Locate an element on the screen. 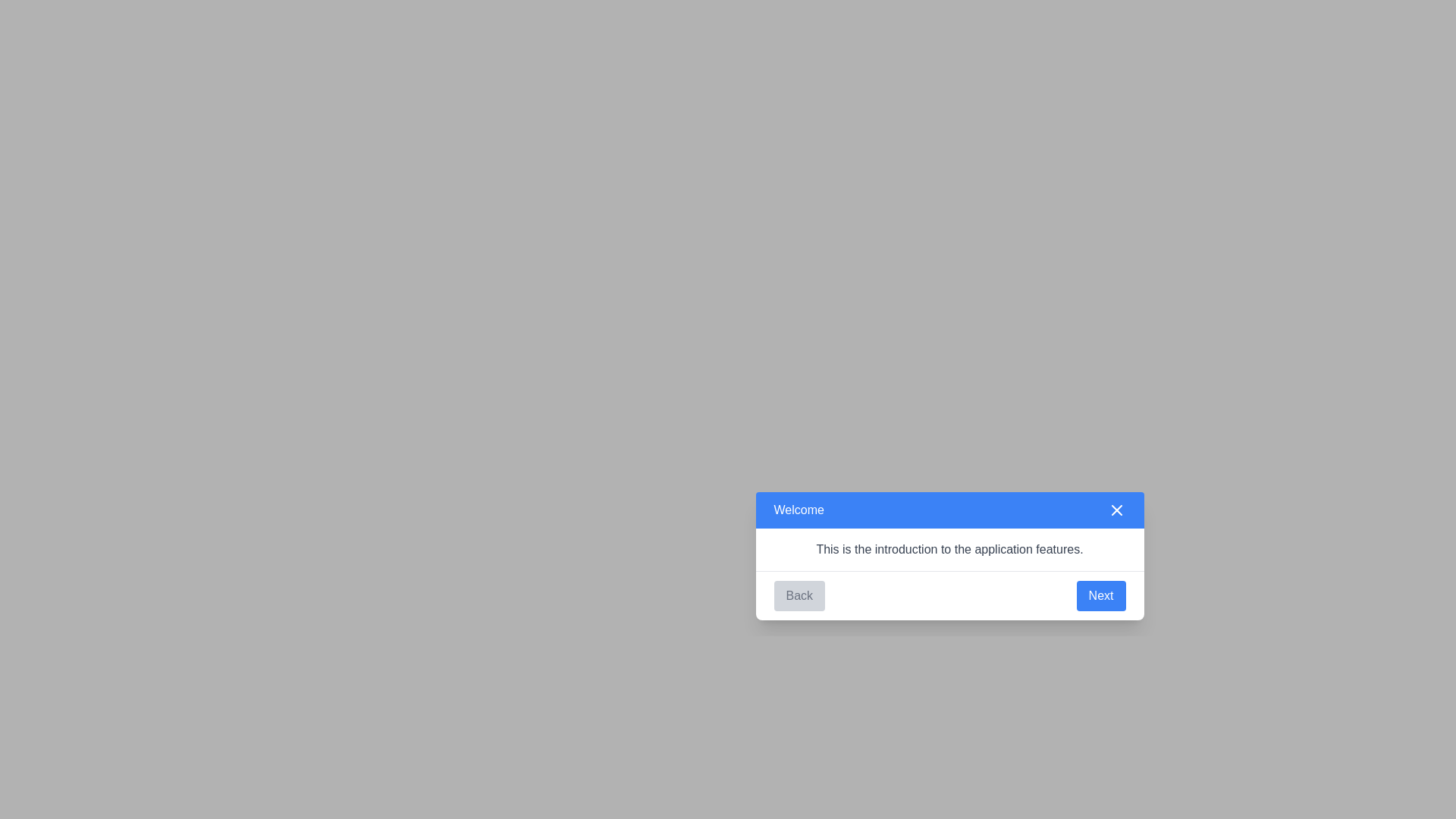 The height and width of the screenshot is (819, 1456). the 'Next' button, which is a rectangular button with a blue background and white text, located on the right side of the modal's footer is located at coordinates (1101, 595).